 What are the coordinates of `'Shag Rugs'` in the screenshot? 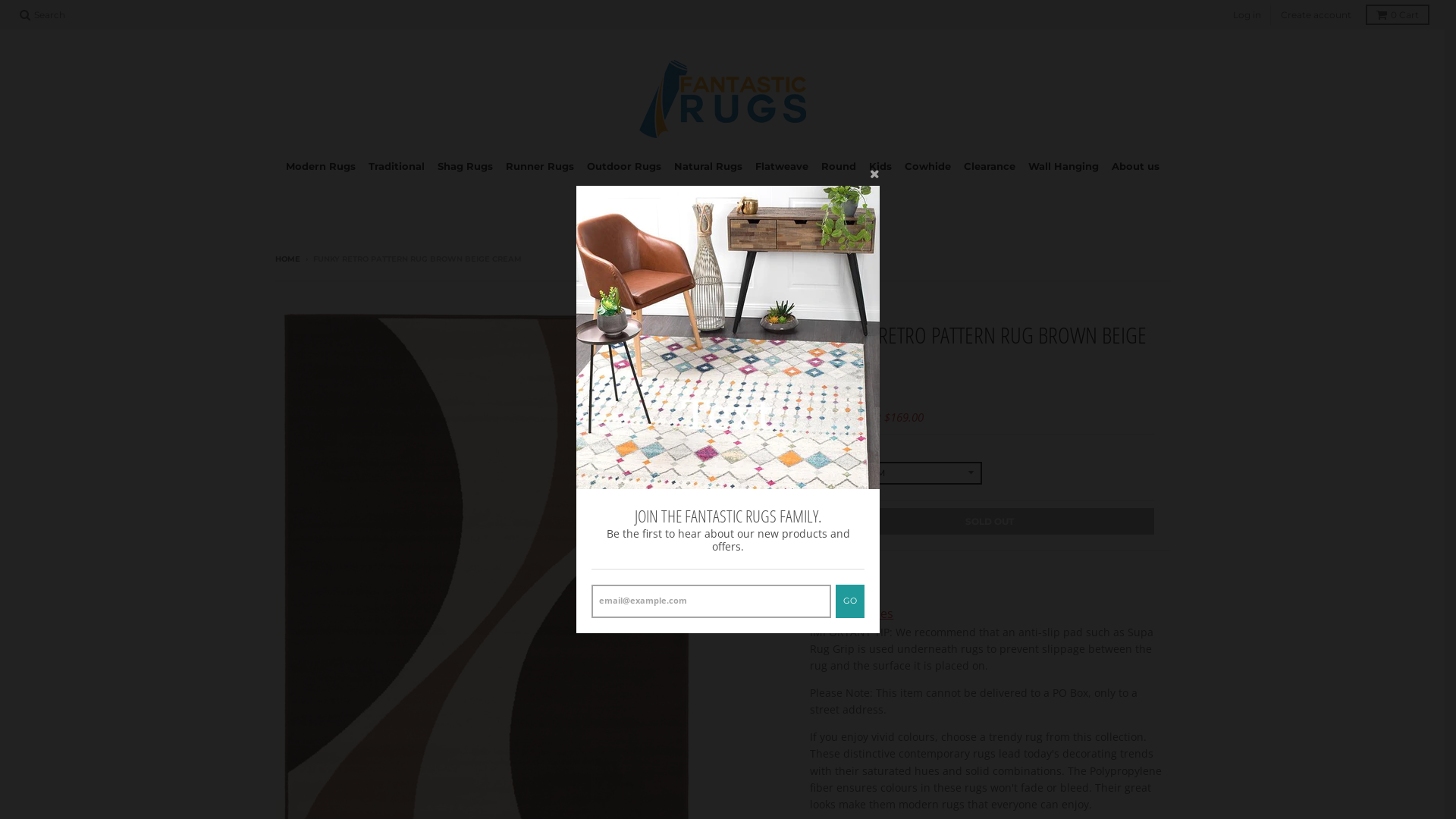 It's located at (464, 166).